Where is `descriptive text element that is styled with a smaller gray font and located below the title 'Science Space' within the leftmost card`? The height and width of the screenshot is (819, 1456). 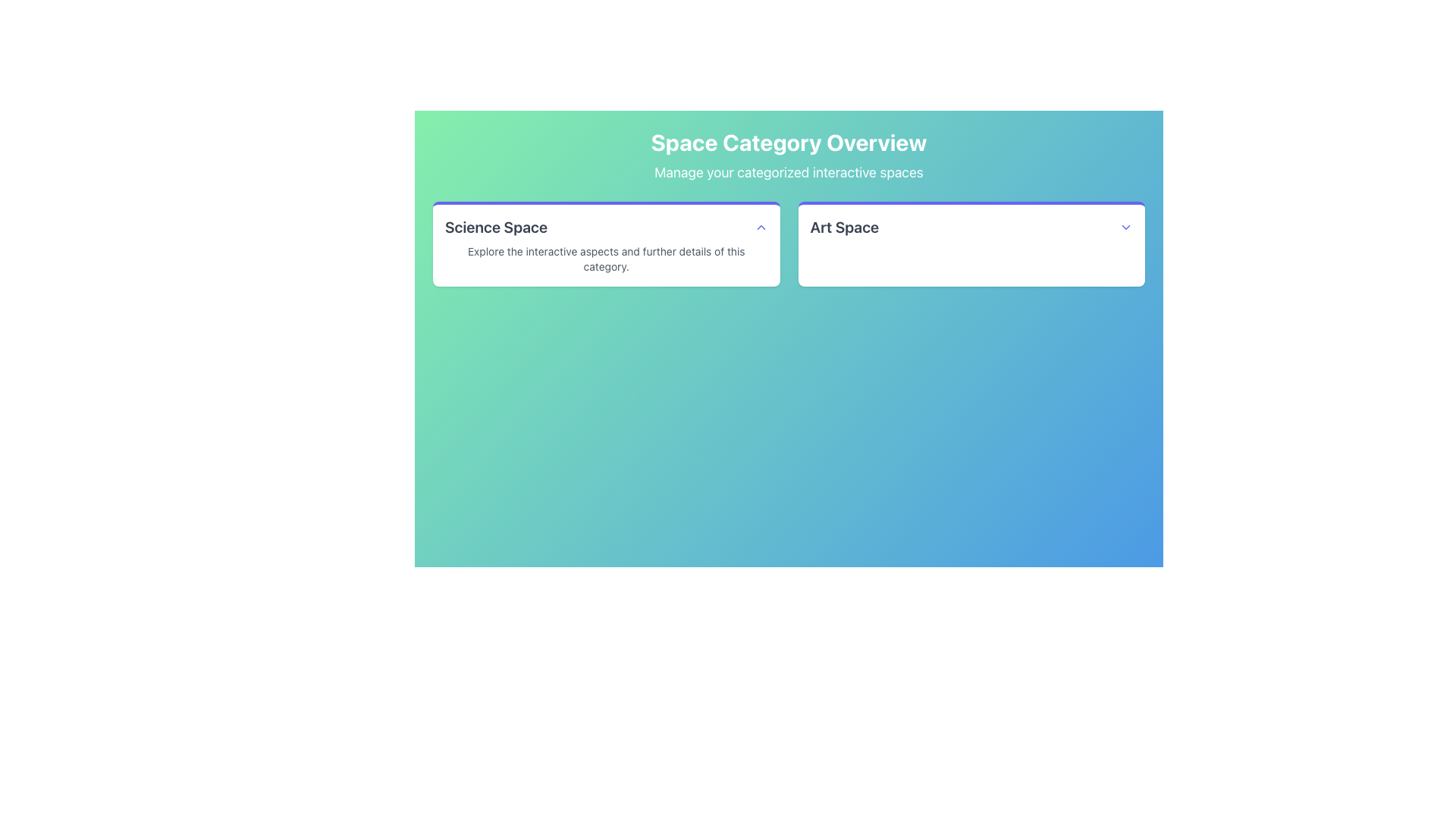 descriptive text element that is styled with a smaller gray font and located below the title 'Science Space' within the leftmost card is located at coordinates (605, 259).